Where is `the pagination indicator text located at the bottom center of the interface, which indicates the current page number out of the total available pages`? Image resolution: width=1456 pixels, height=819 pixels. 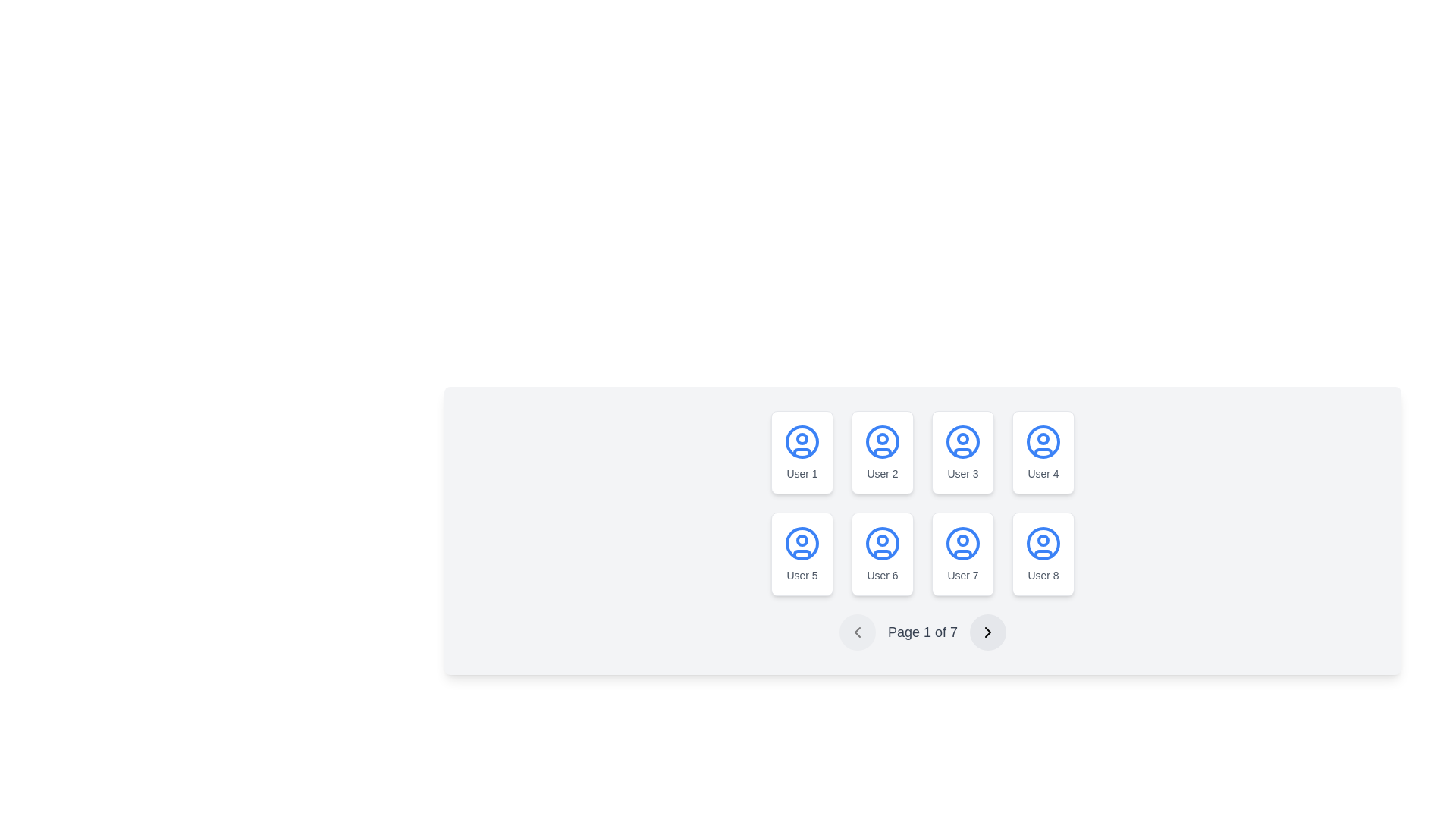
the pagination indicator text located at the bottom center of the interface, which indicates the current page number out of the total available pages is located at coordinates (922, 632).